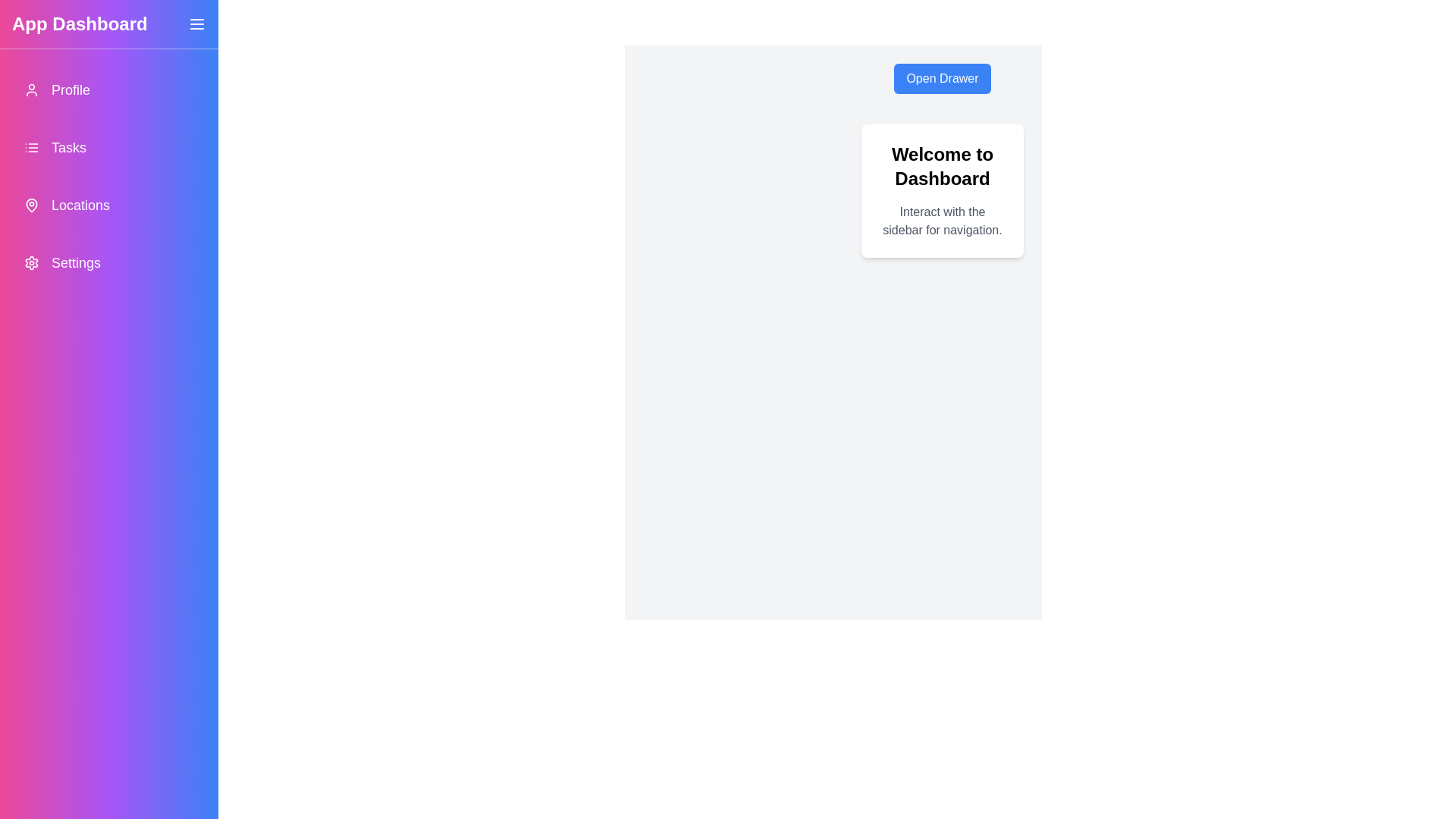 This screenshot has height=819, width=1456. I want to click on the navigation item Settings from the drawer, so click(108, 262).